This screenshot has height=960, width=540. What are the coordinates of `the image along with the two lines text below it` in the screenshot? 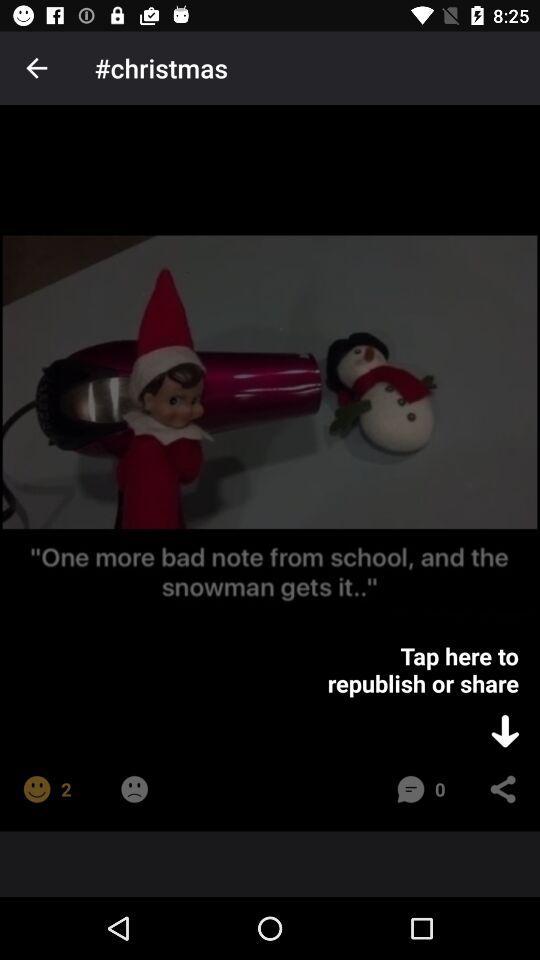 It's located at (270, 426).